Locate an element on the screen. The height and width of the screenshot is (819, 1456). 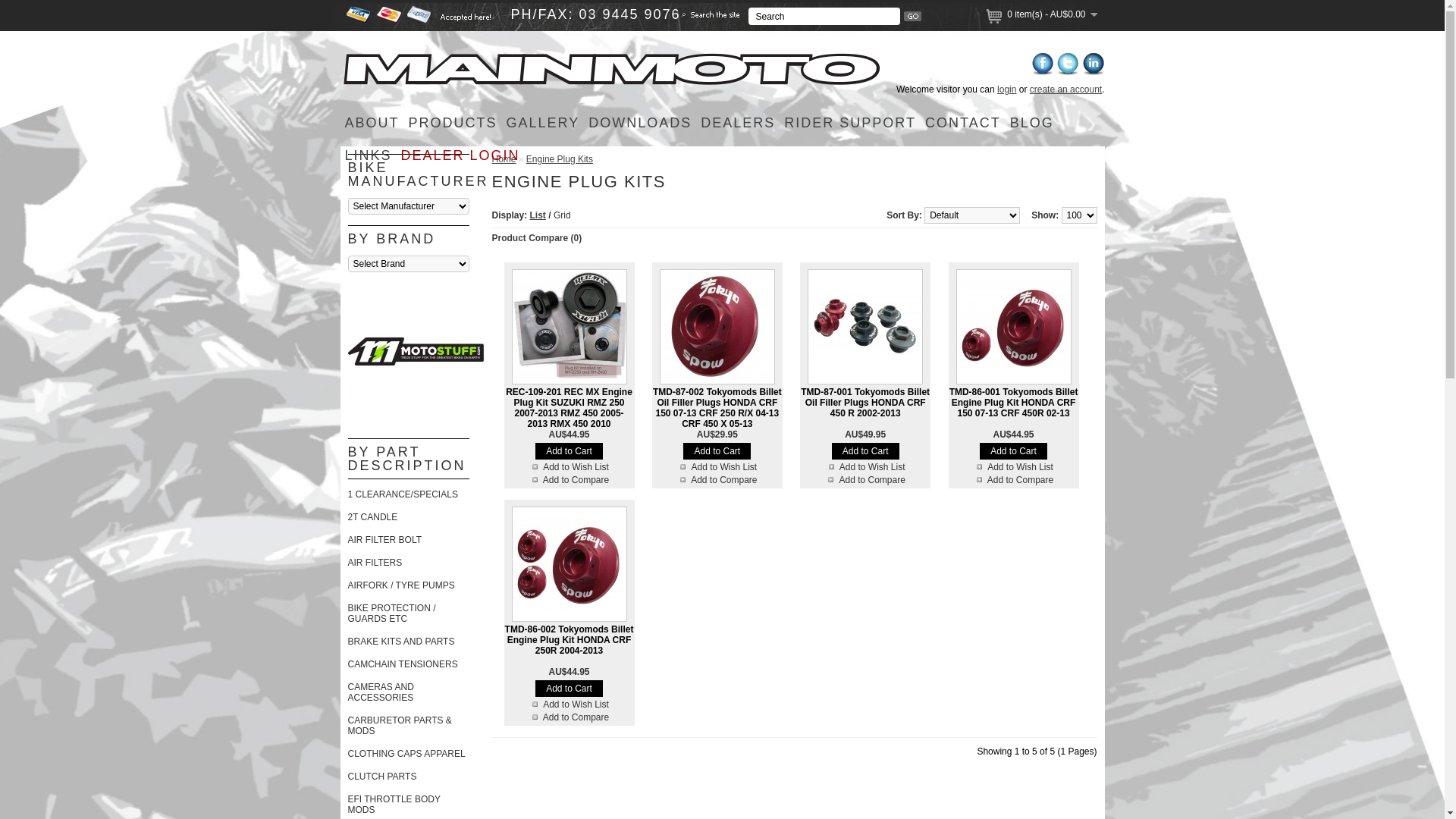
'0 item(s) - AU$0.00' is located at coordinates (1051, 14).